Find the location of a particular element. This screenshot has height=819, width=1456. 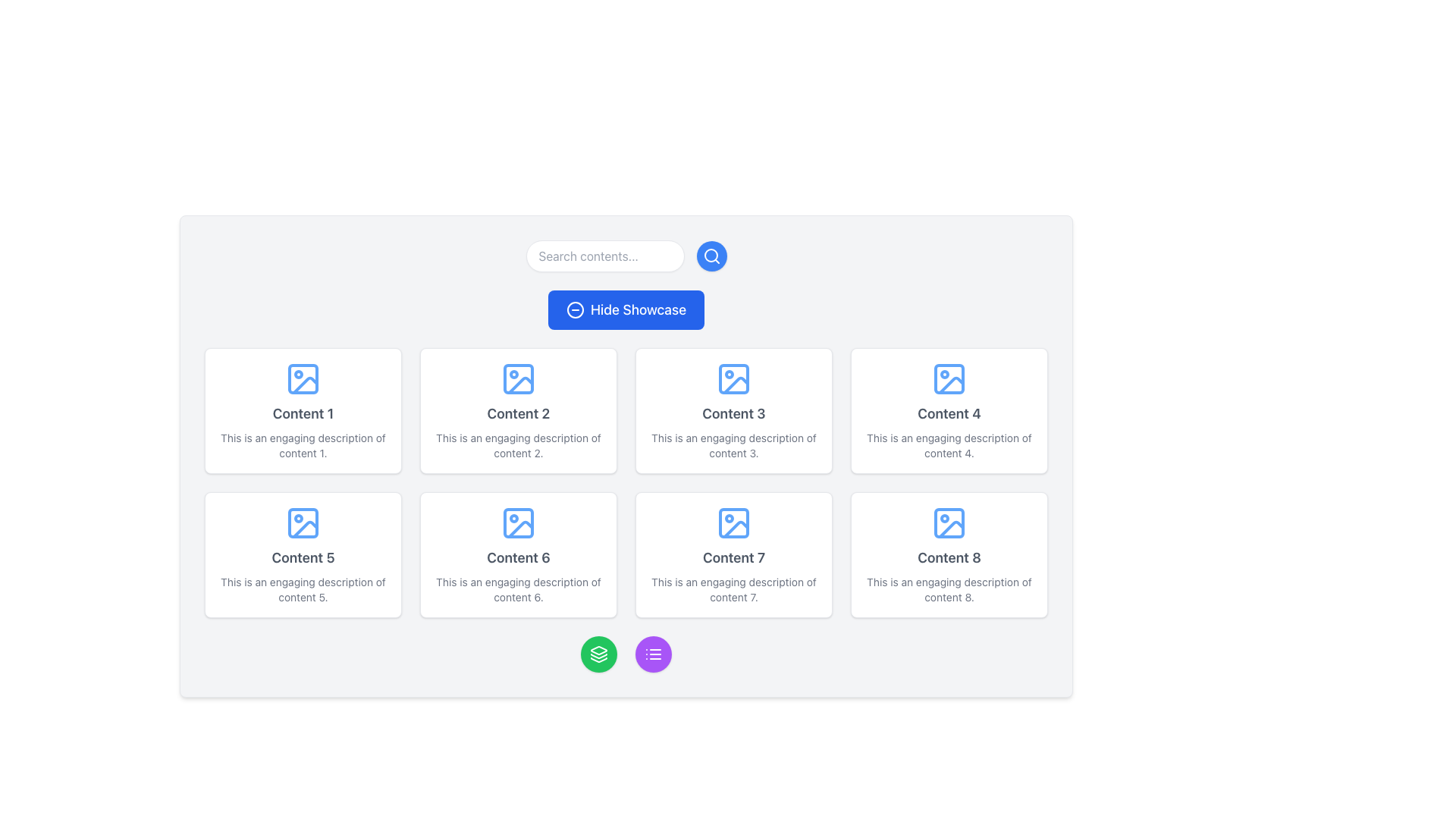

the blue rectangular SVG element with rounded corners located in the 'Content 4' card in the second row of the grid layout is located at coordinates (949, 378).